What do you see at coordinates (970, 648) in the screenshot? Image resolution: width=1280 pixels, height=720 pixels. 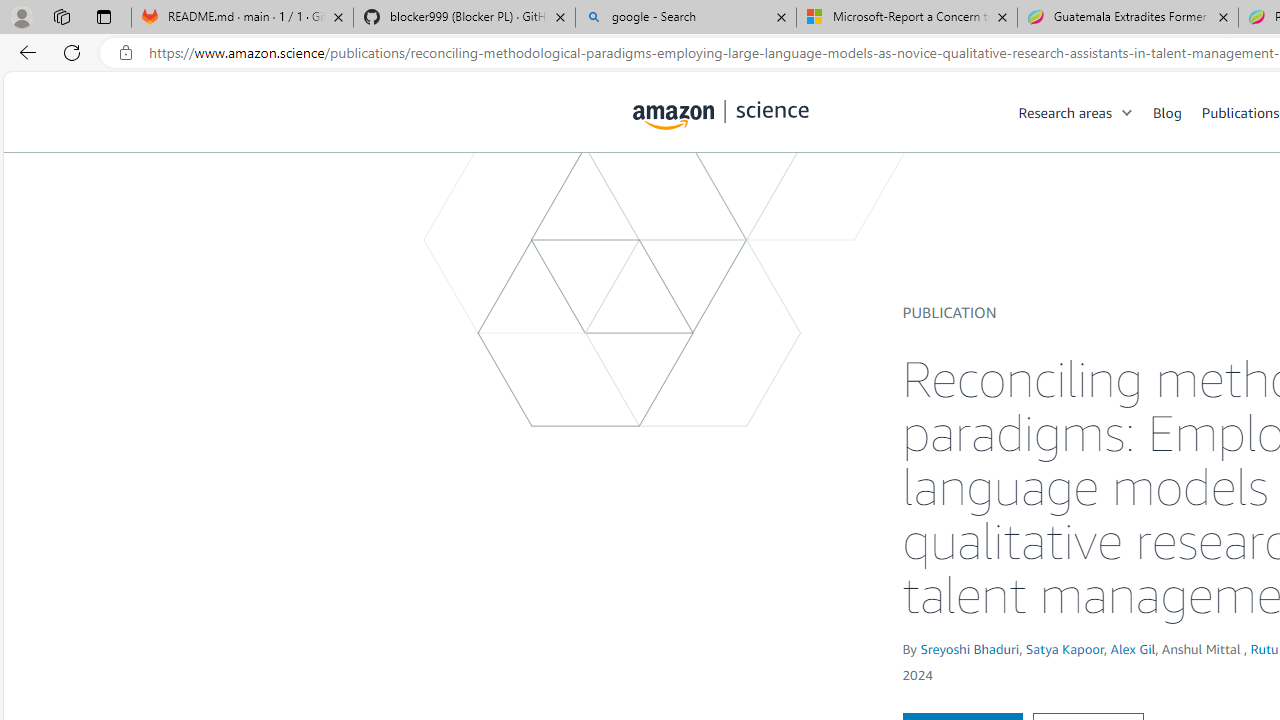 I see `'Sreyoshi Bhaduri'` at bounding box center [970, 648].